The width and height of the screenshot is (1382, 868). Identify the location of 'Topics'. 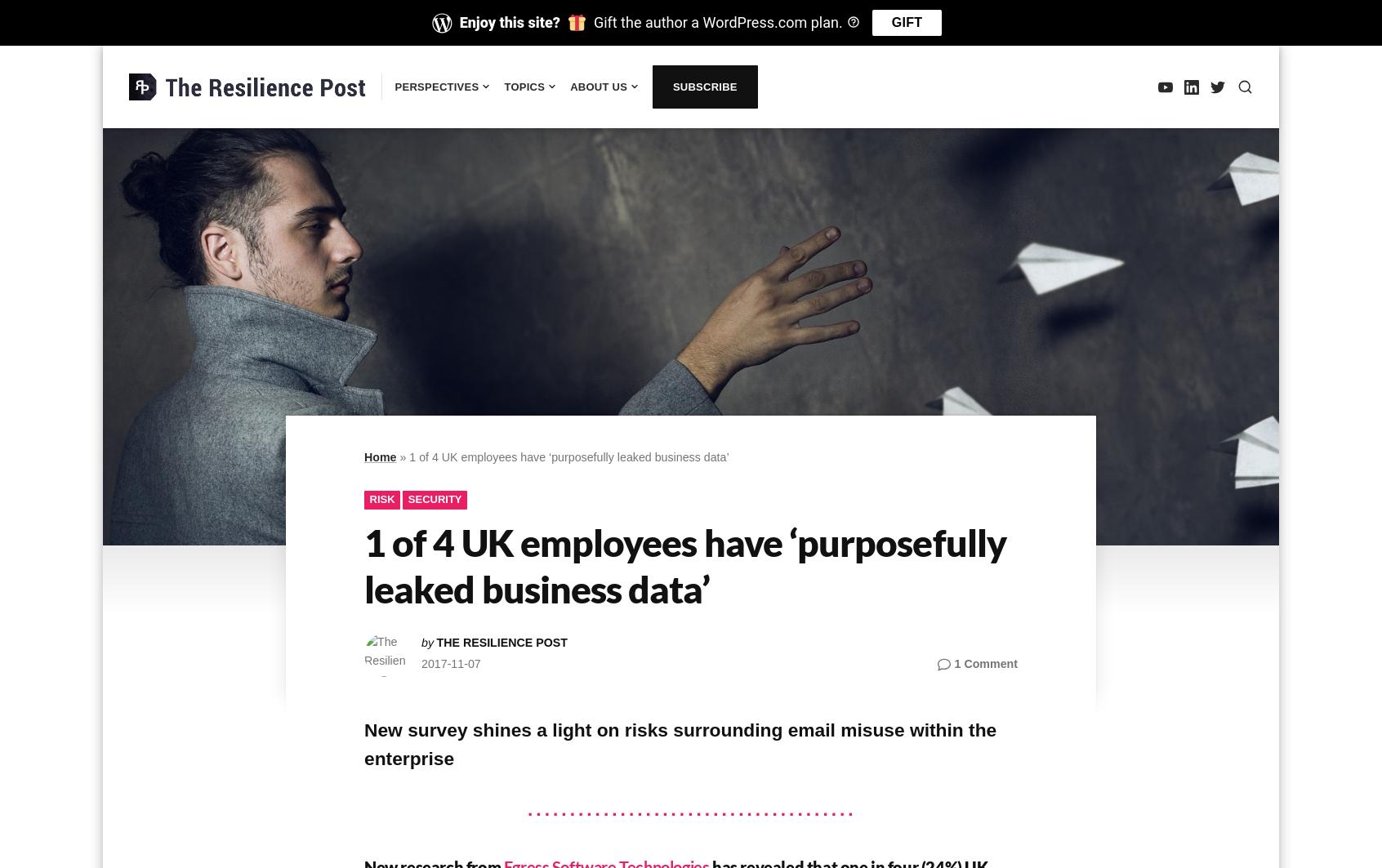
(503, 86).